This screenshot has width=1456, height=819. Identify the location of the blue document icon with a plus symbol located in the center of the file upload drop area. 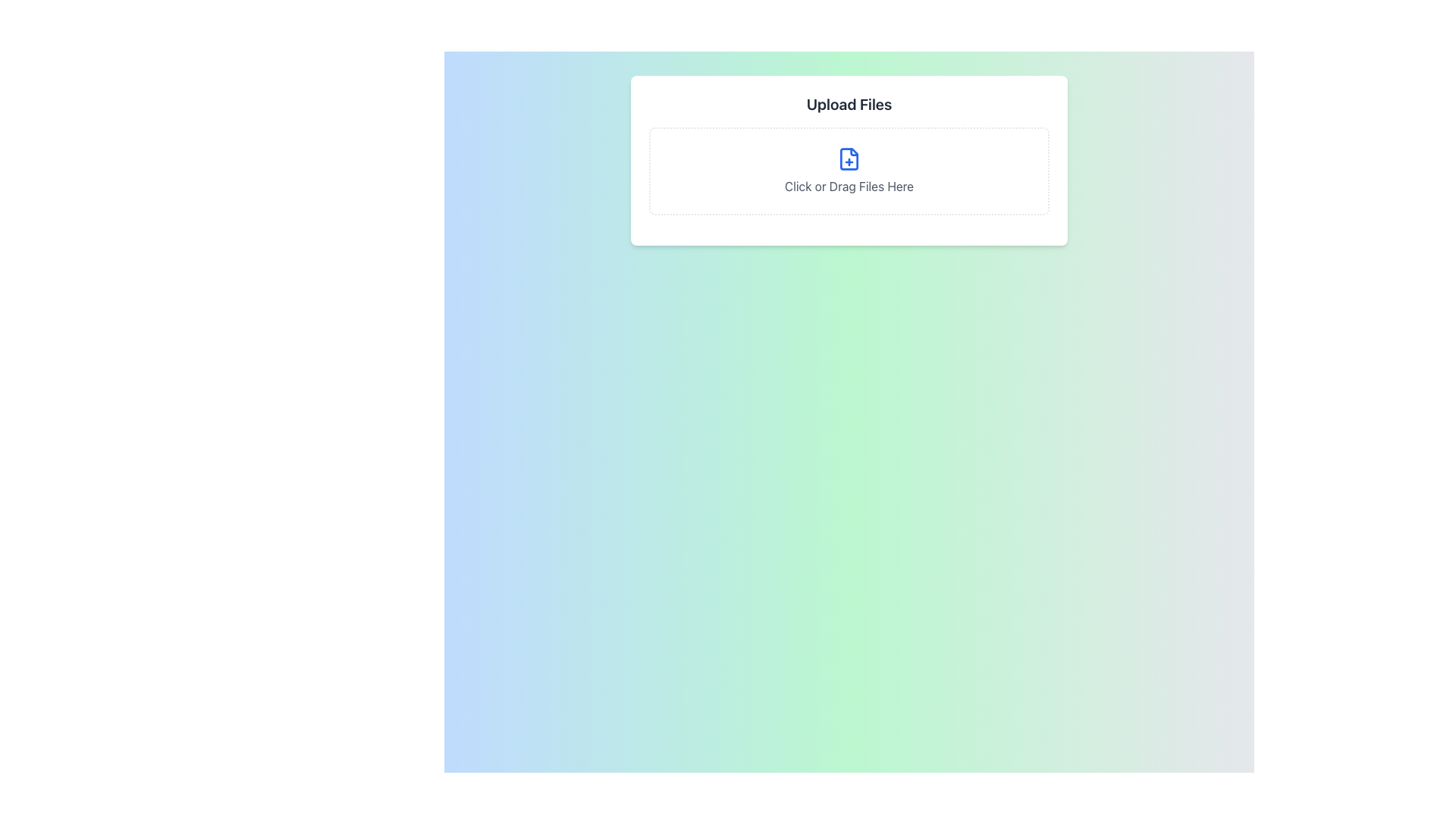
(848, 158).